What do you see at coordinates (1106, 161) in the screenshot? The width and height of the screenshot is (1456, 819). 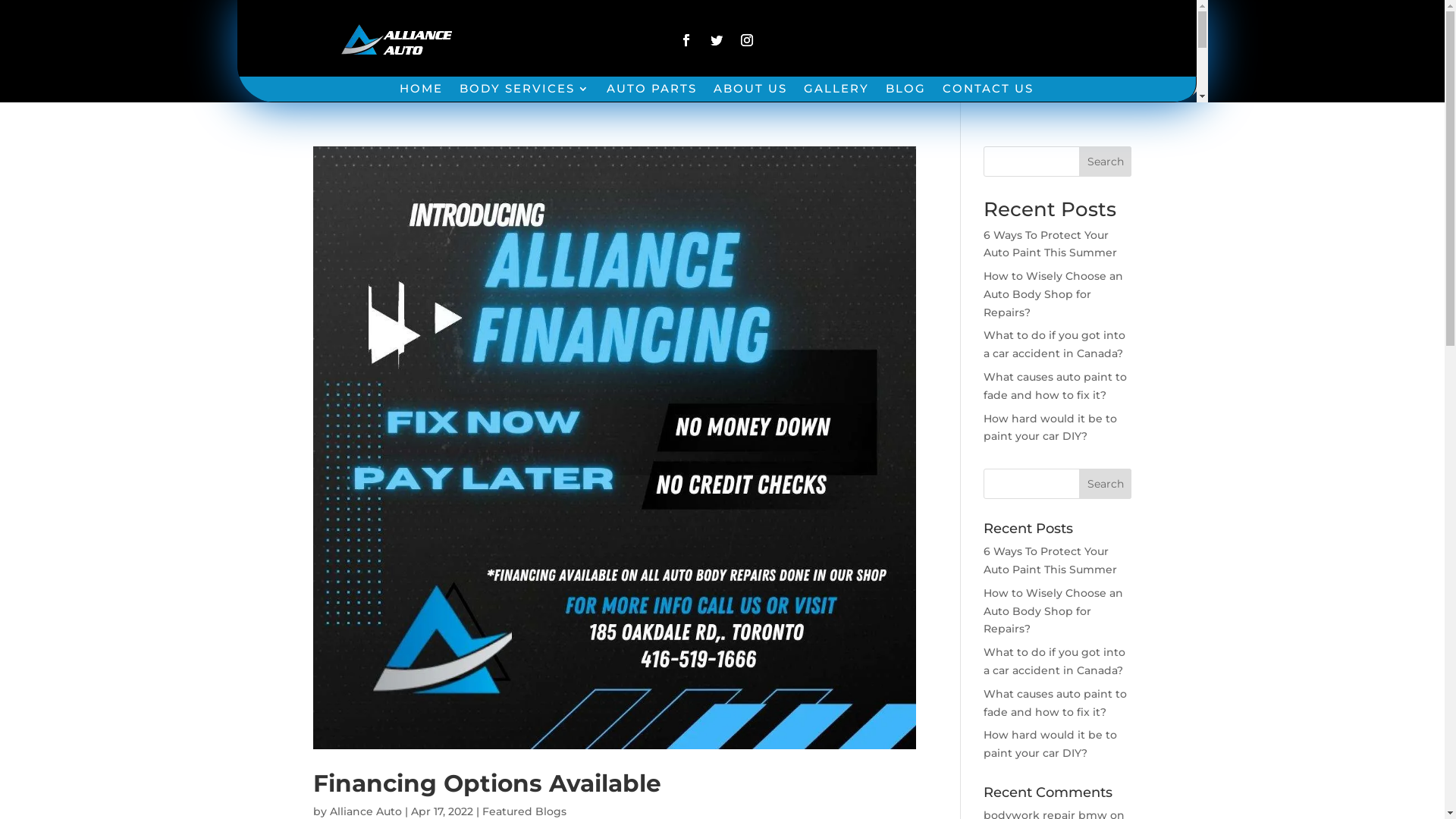 I see `'Search'` at bounding box center [1106, 161].